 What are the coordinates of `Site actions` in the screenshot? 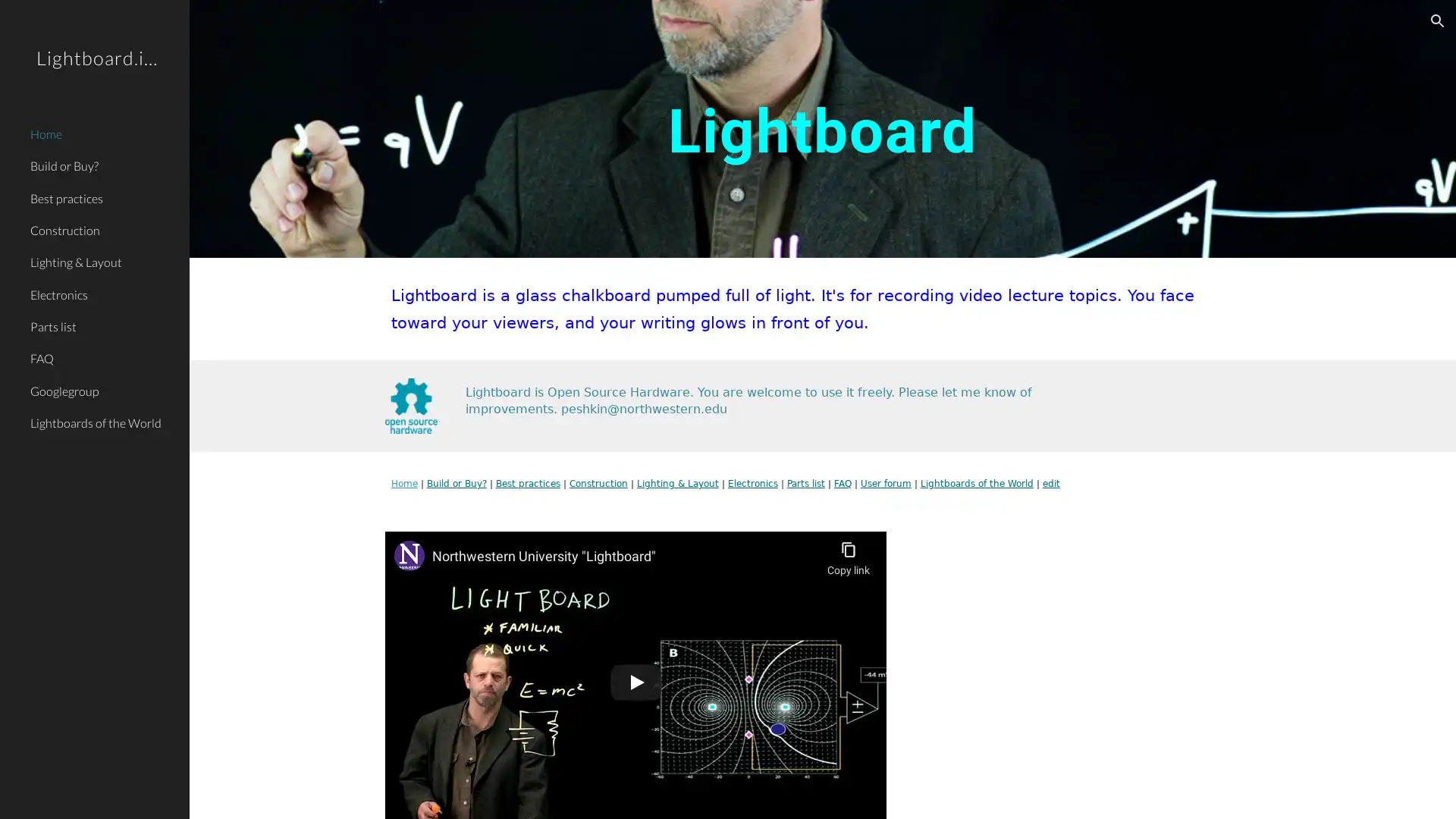 It's located at (216, 792).